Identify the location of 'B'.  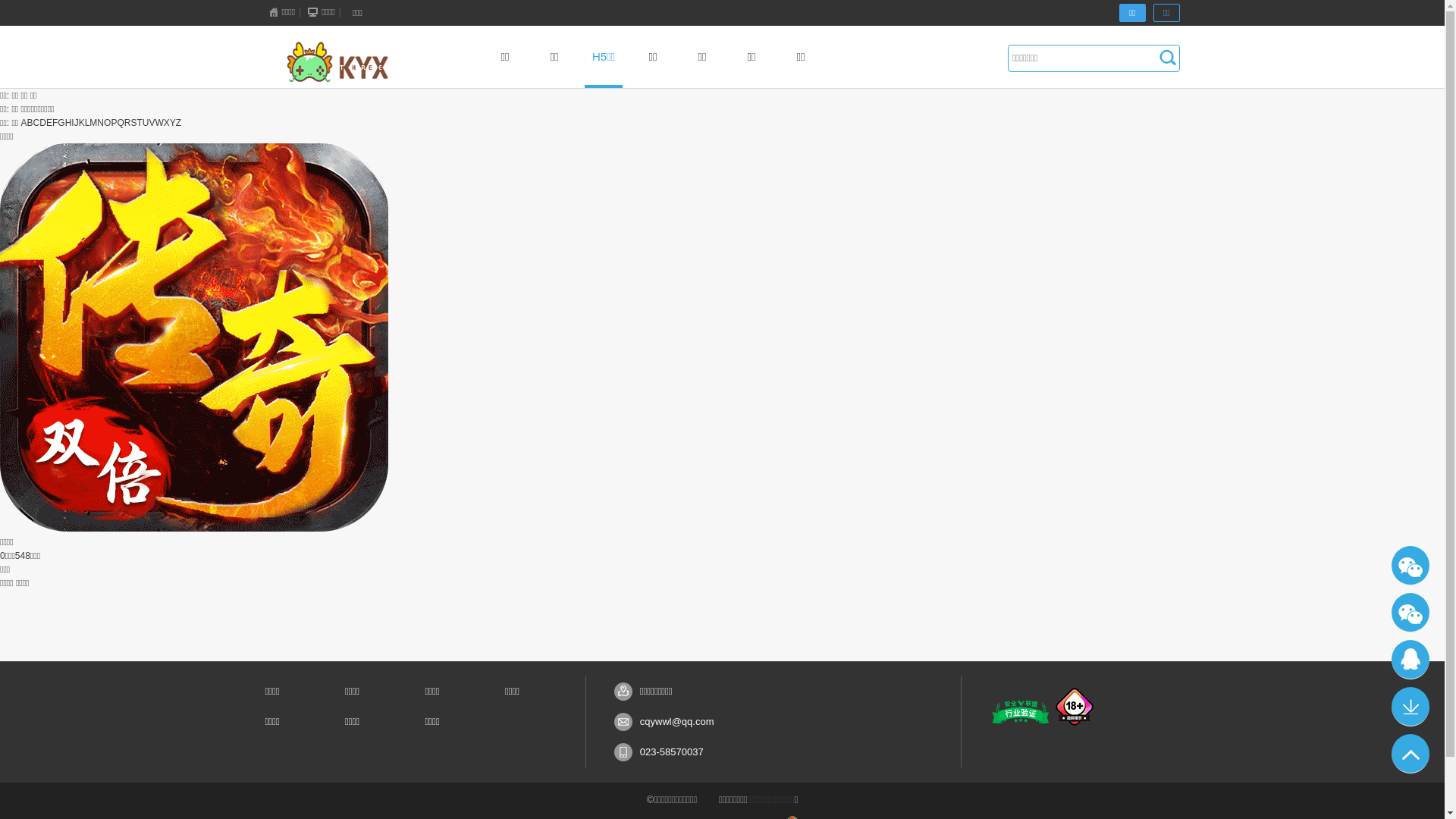
(30, 122).